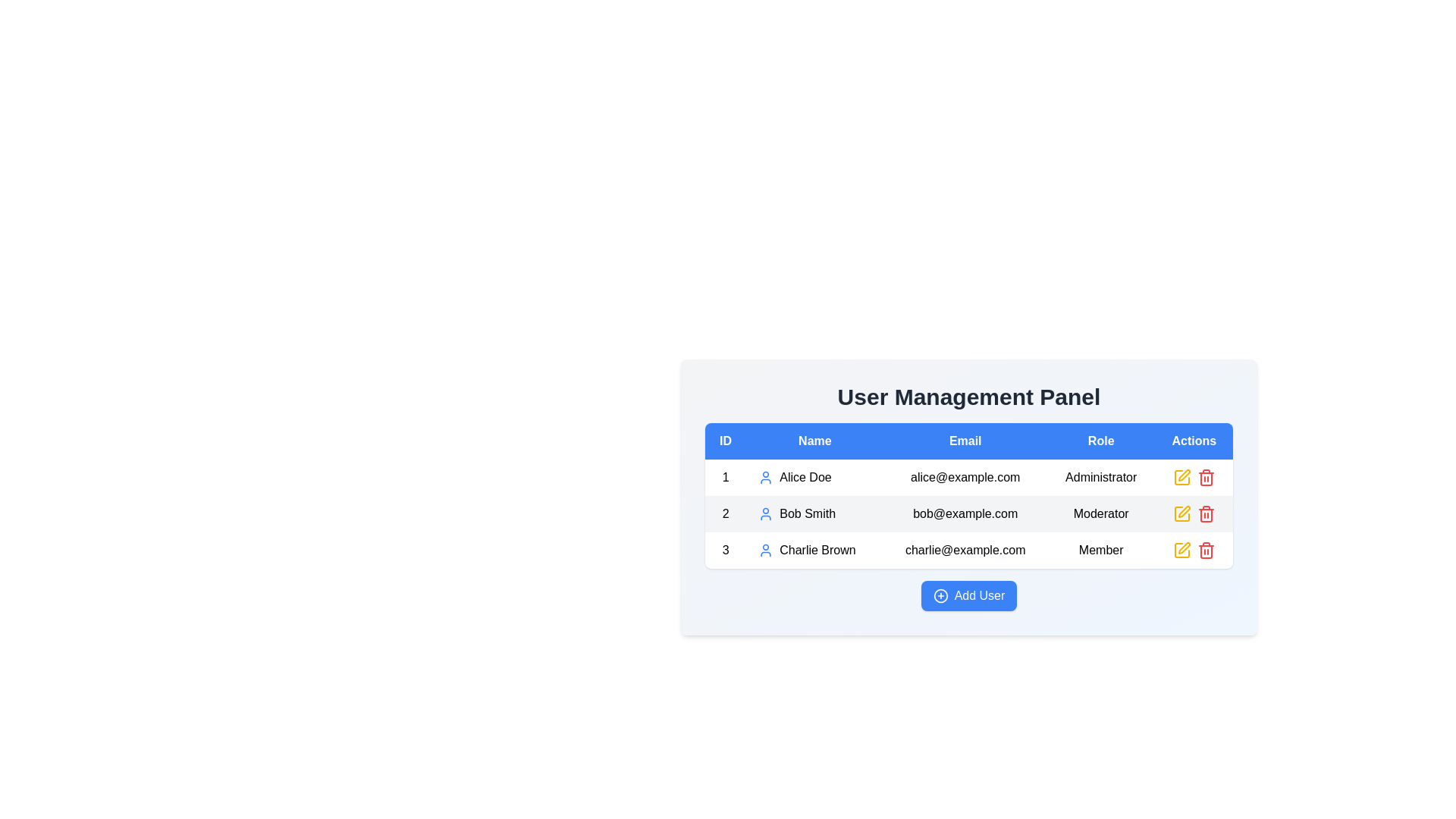  Describe the element at coordinates (725, 476) in the screenshot. I see `the first user identifier text in the user management table, located in the top-left corner of the table under the 'ID' column` at that location.